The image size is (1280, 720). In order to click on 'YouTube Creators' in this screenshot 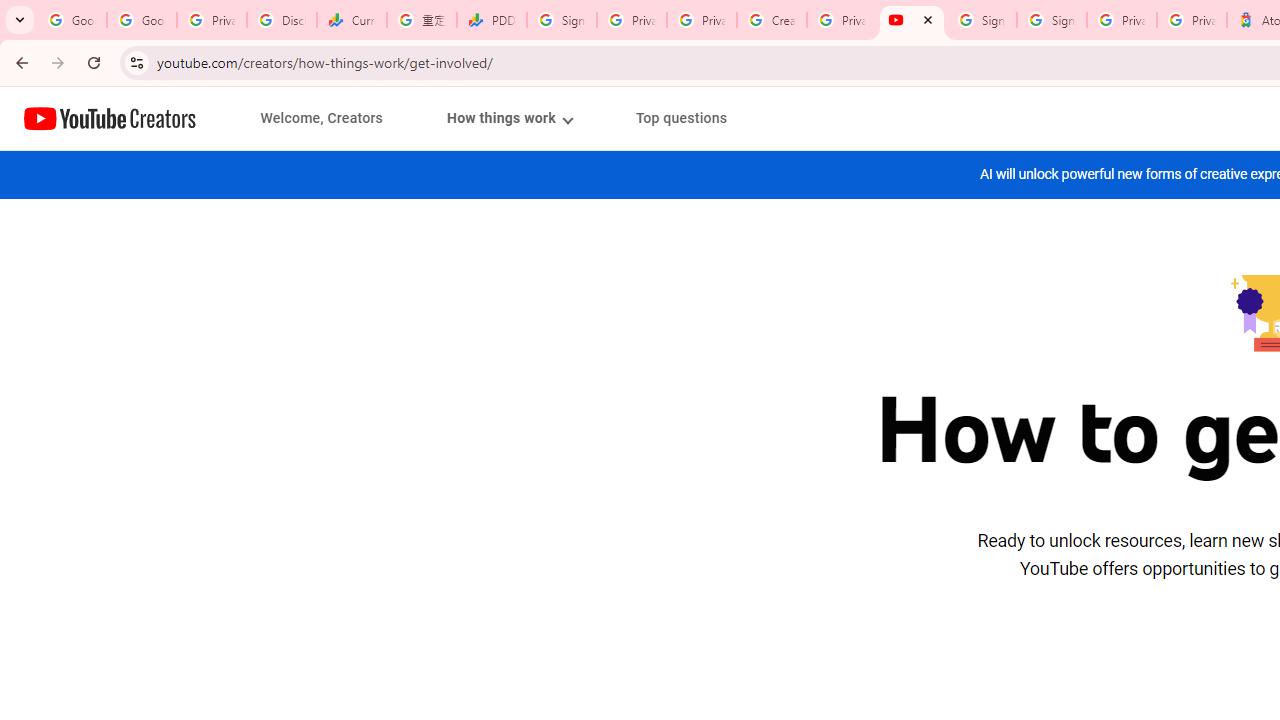, I will do `click(109, 118)`.